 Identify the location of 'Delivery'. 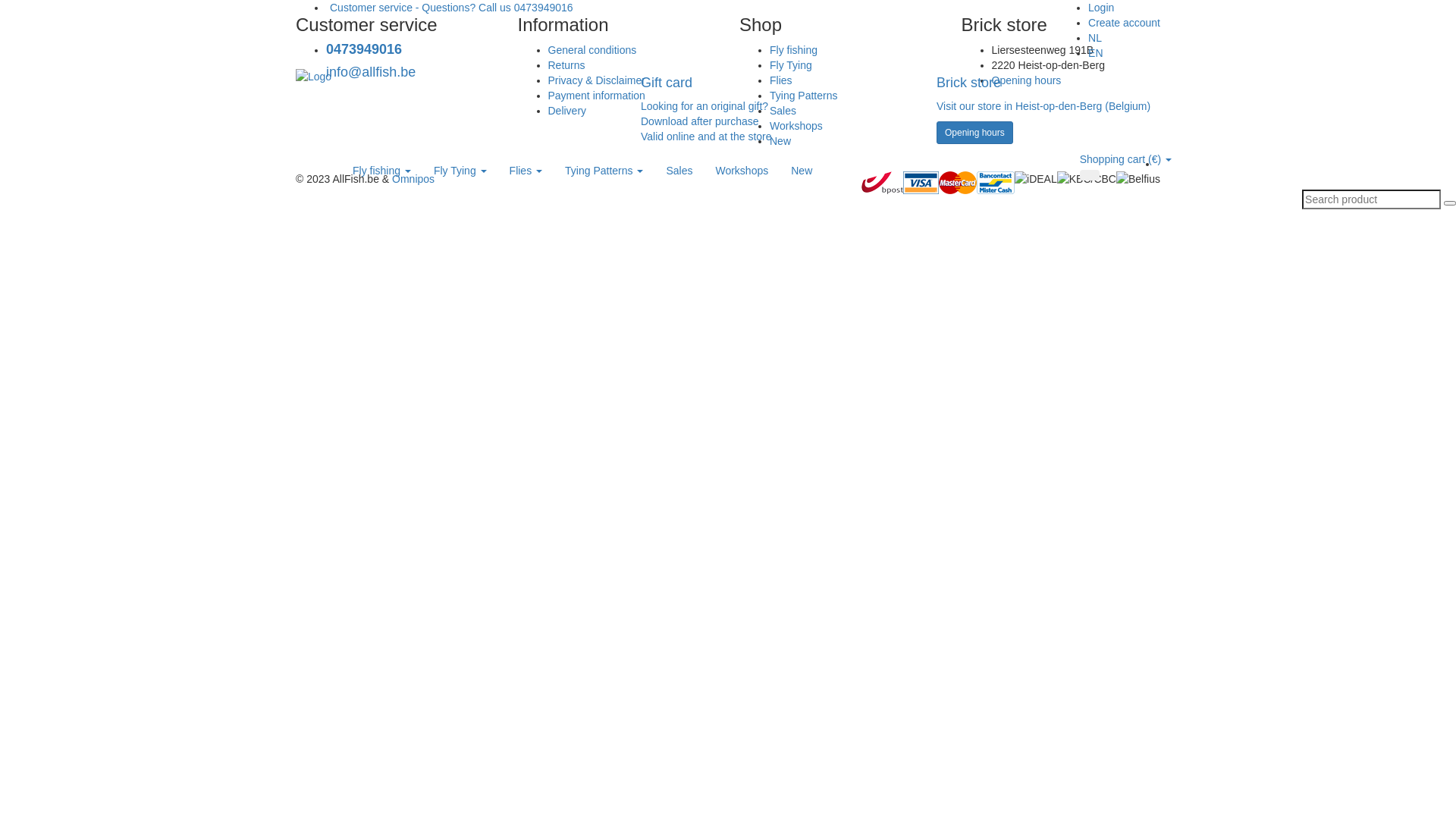
(566, 110).